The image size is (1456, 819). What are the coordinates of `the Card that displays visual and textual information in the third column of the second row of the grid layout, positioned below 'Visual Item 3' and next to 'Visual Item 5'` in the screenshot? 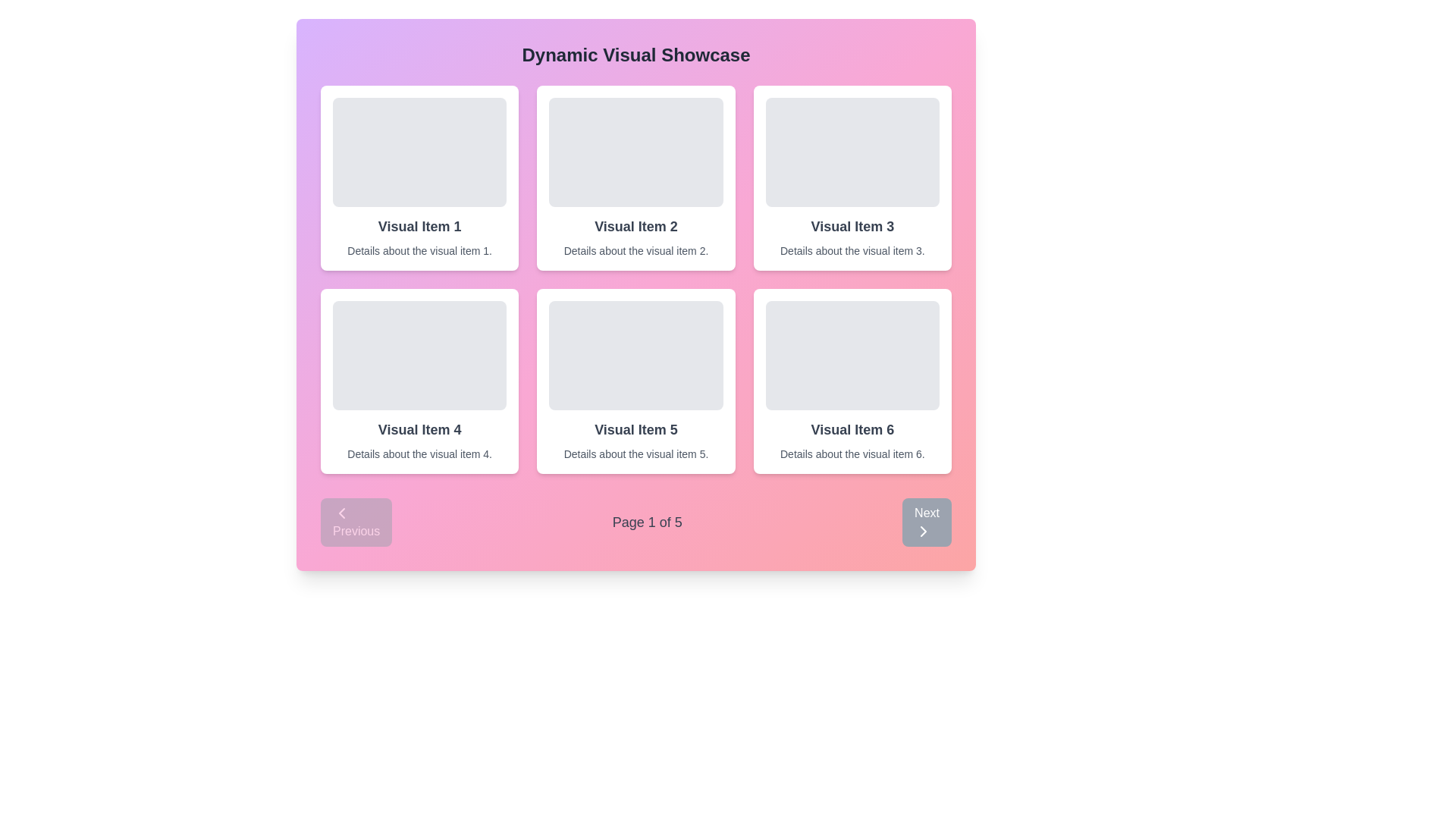 It's located at (852, 380).